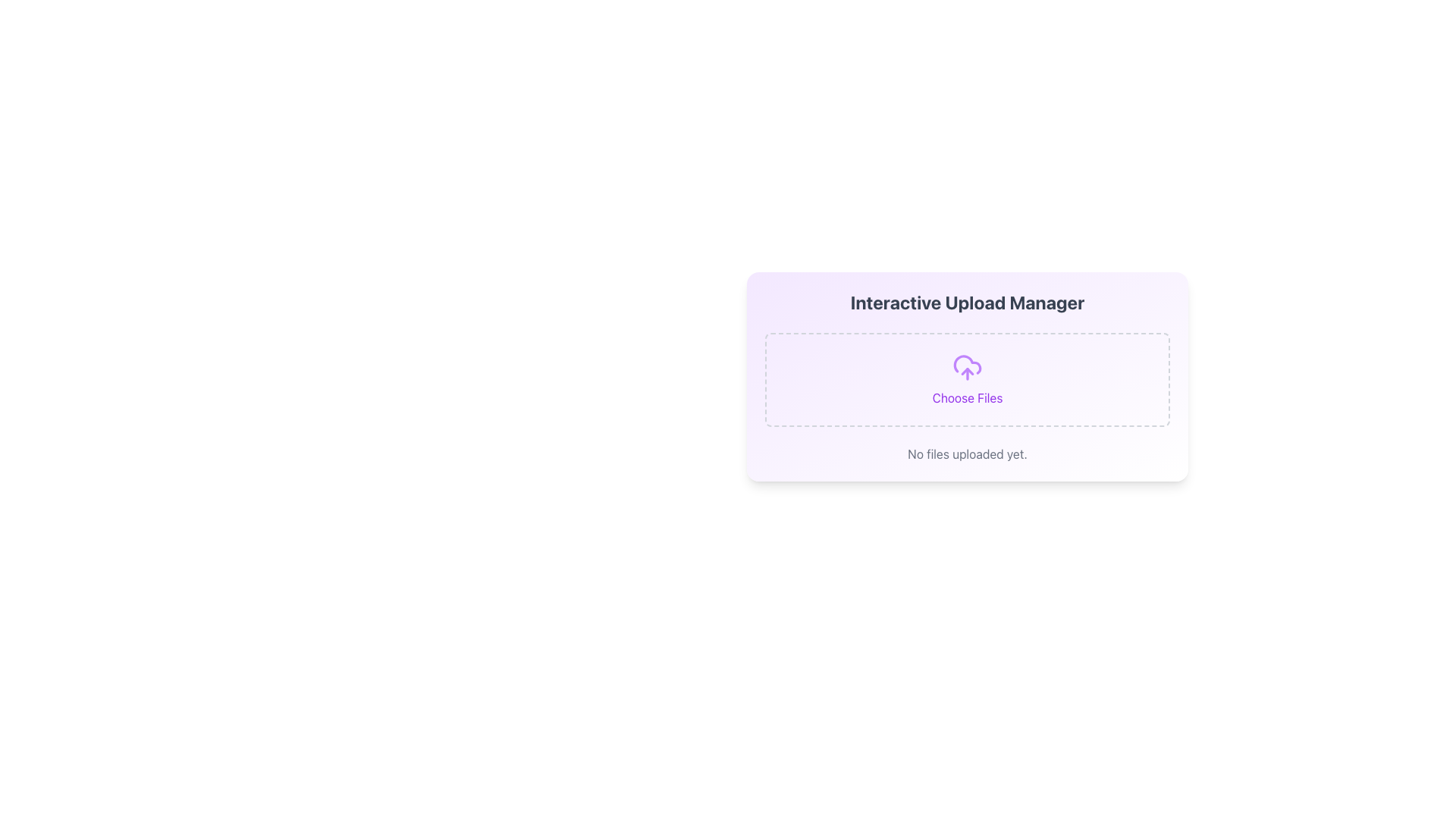 The width and height of the screenshot is (1456, 819). I want to click on files onto the File Upload Button located in the Interactive Upload Manager, positioned below the title and above the text 'No files uploaded yet.', so click(967, 379).